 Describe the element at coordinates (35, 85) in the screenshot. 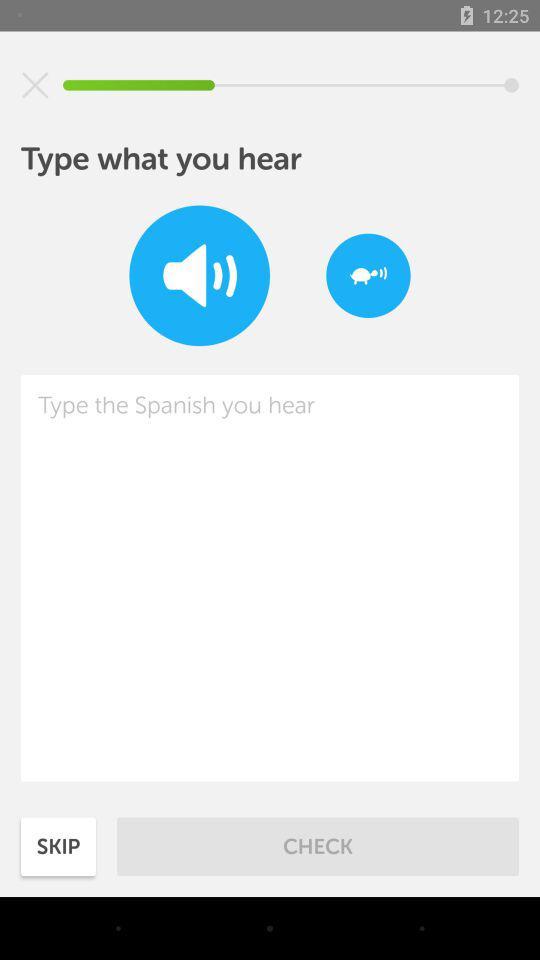

I see `item above the type what you` at that location.